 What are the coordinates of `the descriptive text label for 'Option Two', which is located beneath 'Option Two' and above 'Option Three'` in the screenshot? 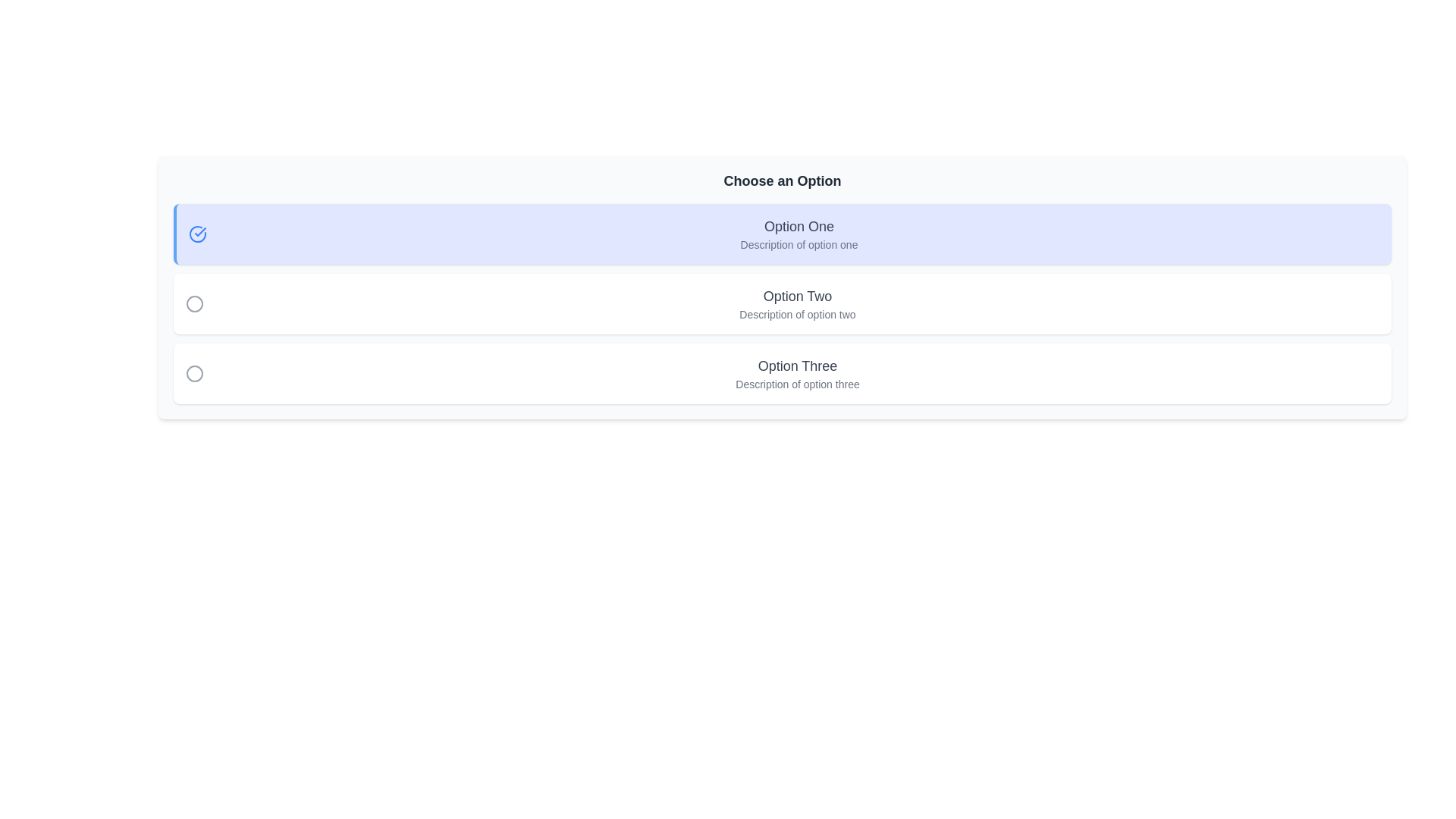 It's located at (796, 314).